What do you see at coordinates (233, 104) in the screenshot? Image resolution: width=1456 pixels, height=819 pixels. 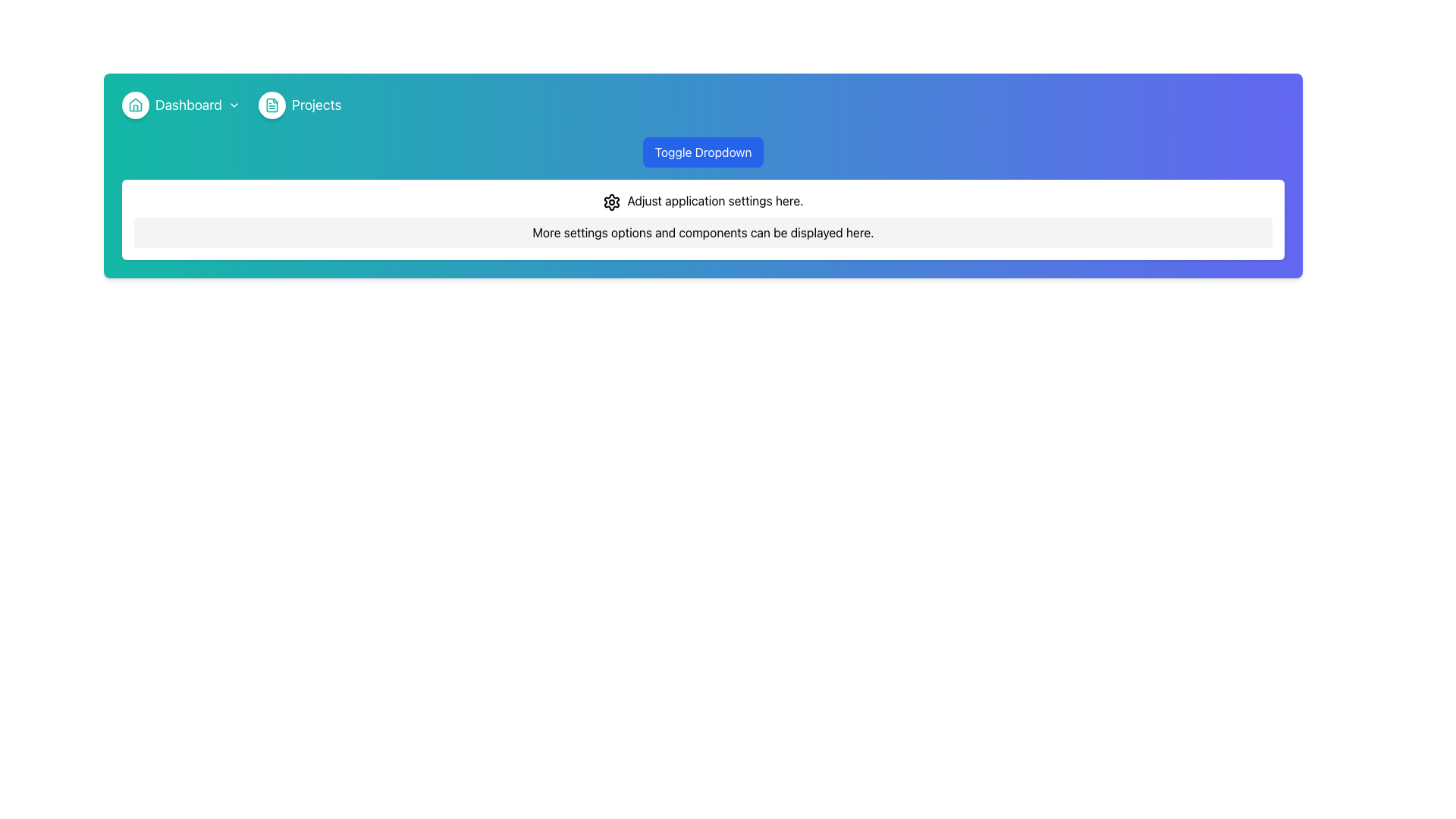 I see `the downward-pointing chevron icon with class 'lucide-chevron-down'` at bounding box center [233, 104].